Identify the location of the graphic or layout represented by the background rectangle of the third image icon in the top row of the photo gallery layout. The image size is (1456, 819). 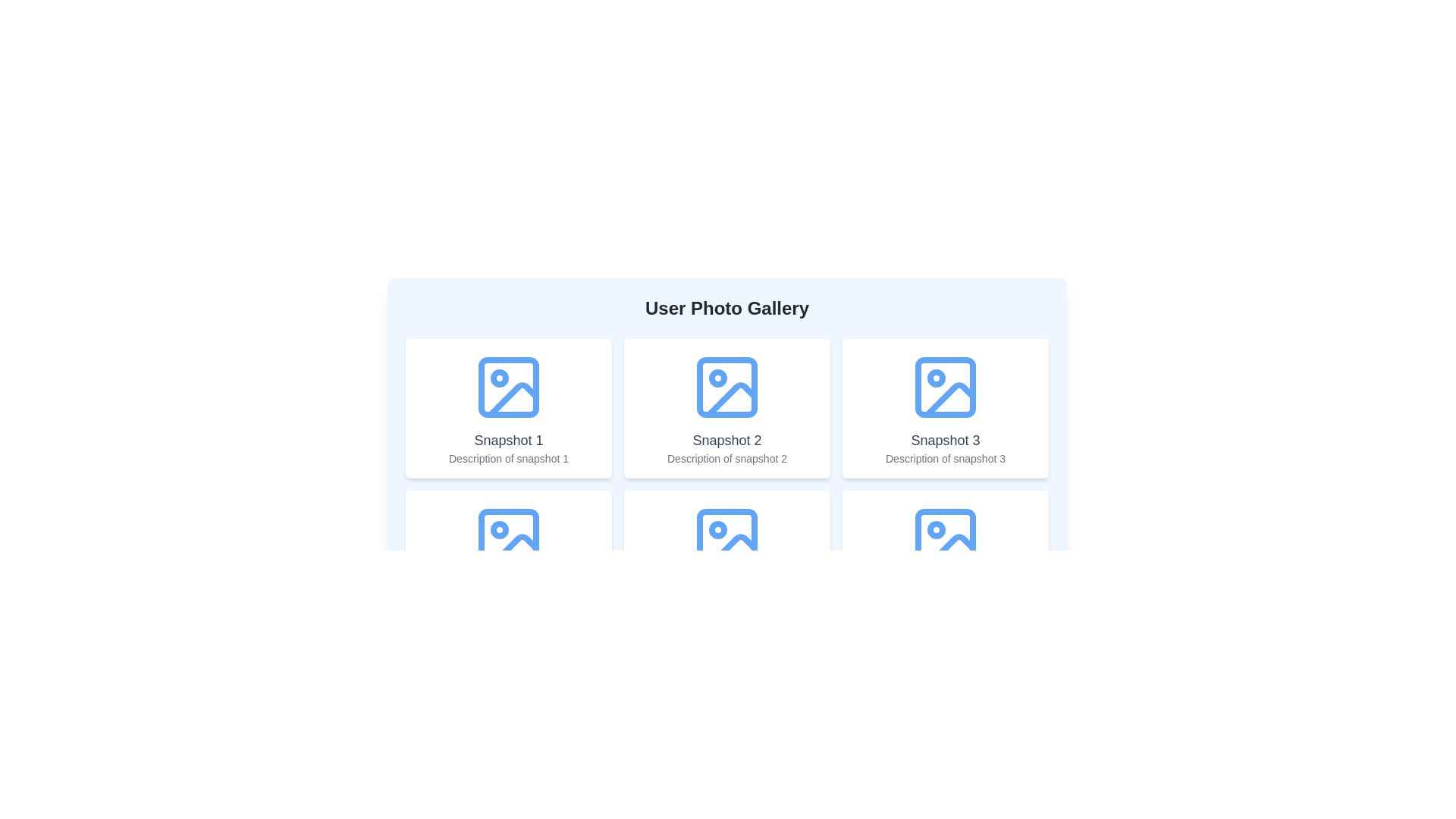
(945, 386).